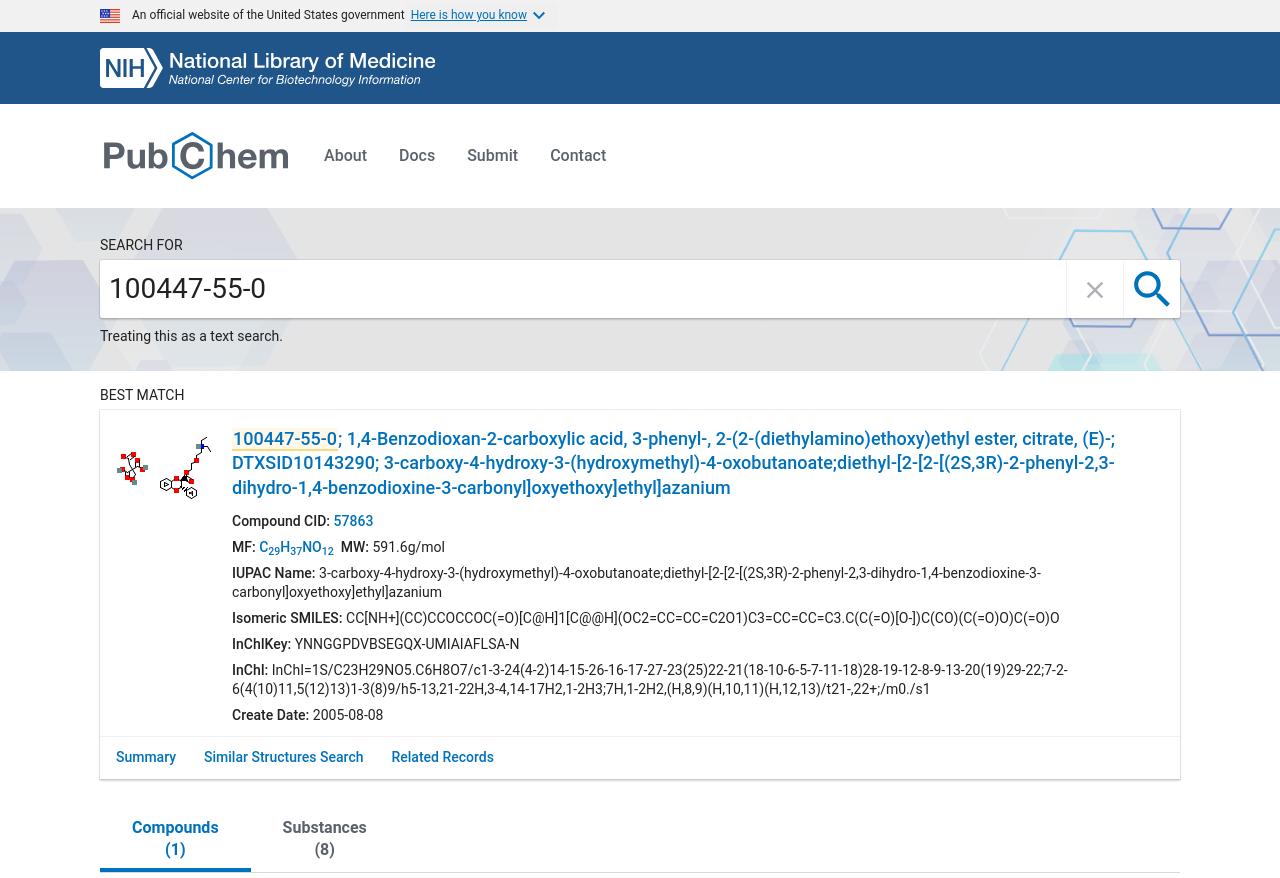  What do you see at coordinates (702, 615) in the screenshot?
I see `'CC[NH+](CC)CCOCCOC(=O)[C@H]1[C@@H](OC2=CC=CC=C2O1)C3=CC=CC=C3.C(C(=O)[O-])C(CO)(C(=O)O)C(=O)O'` at bounding box center [702, 615].